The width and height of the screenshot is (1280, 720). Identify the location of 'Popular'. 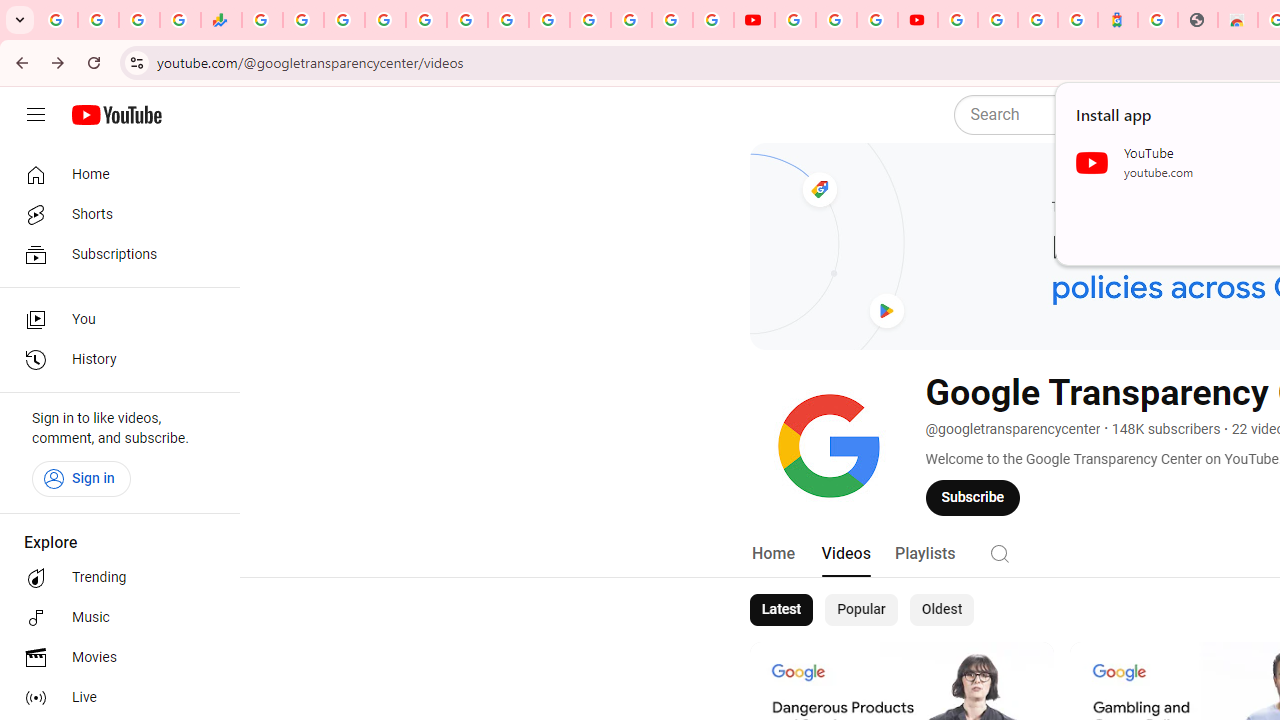
(861, 608).